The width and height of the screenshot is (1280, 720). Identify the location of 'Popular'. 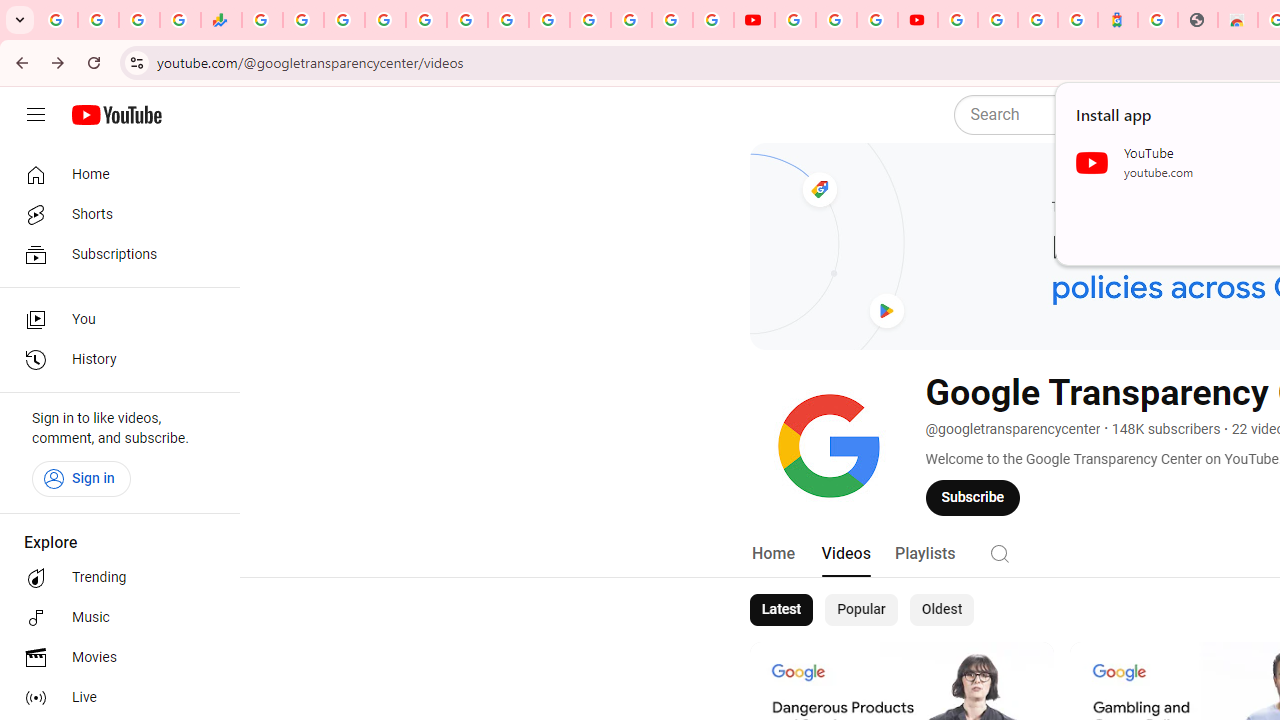
(861, 608).